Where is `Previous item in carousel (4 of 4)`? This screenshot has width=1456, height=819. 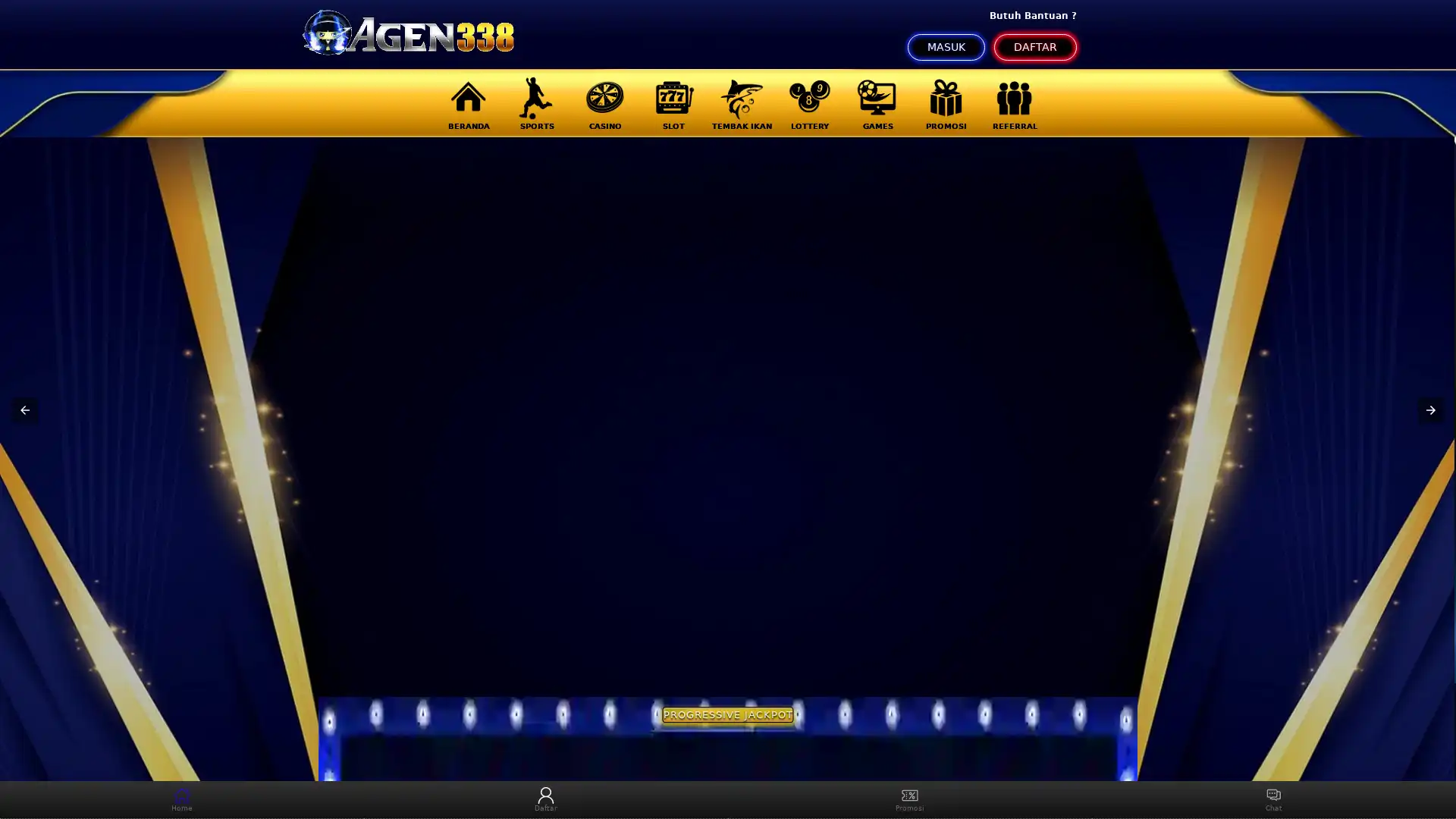 Previous item in carousel (4 of 4) is located at coordinates (25, 409).